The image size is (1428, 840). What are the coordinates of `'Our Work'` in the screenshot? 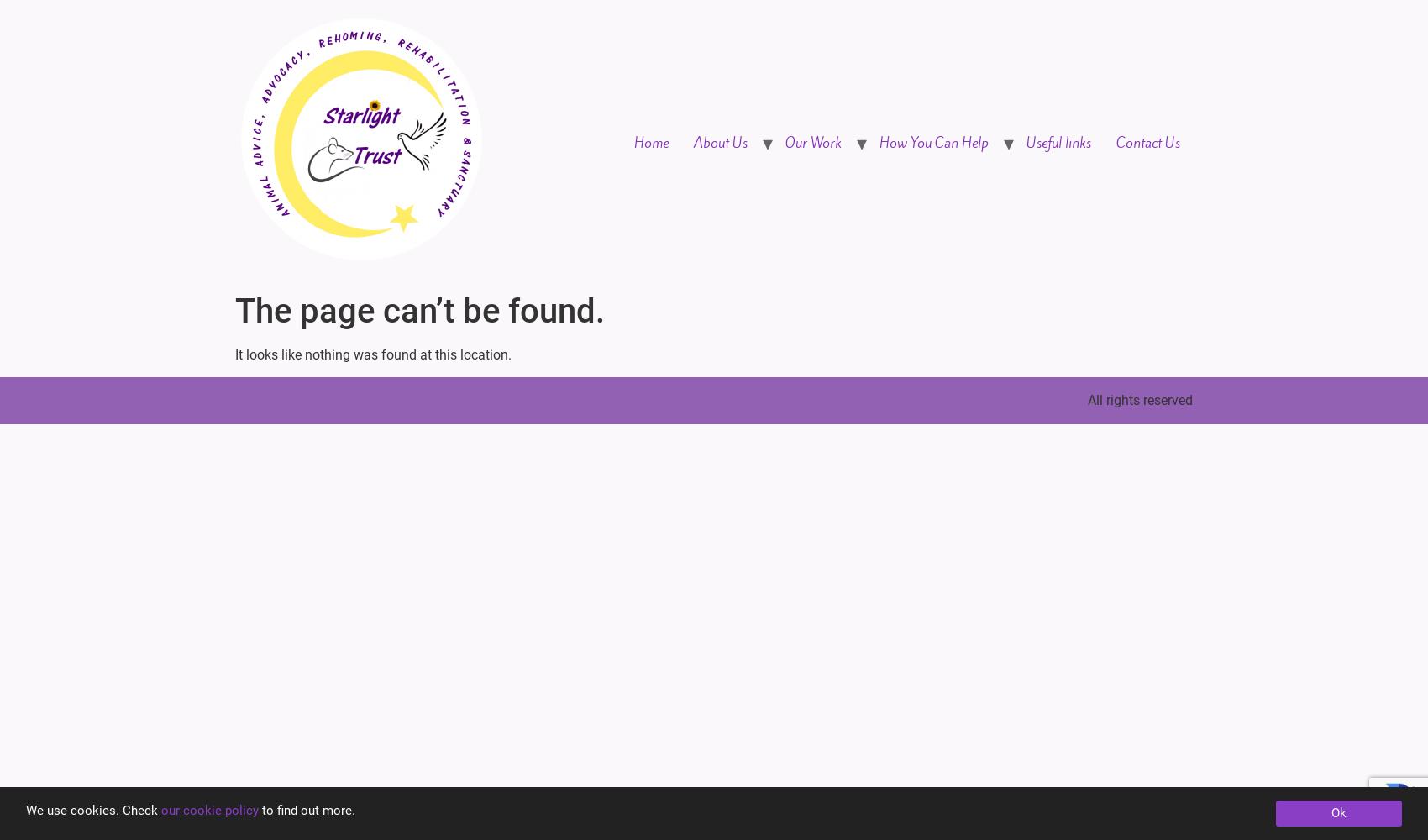 It's located at (812, 142).